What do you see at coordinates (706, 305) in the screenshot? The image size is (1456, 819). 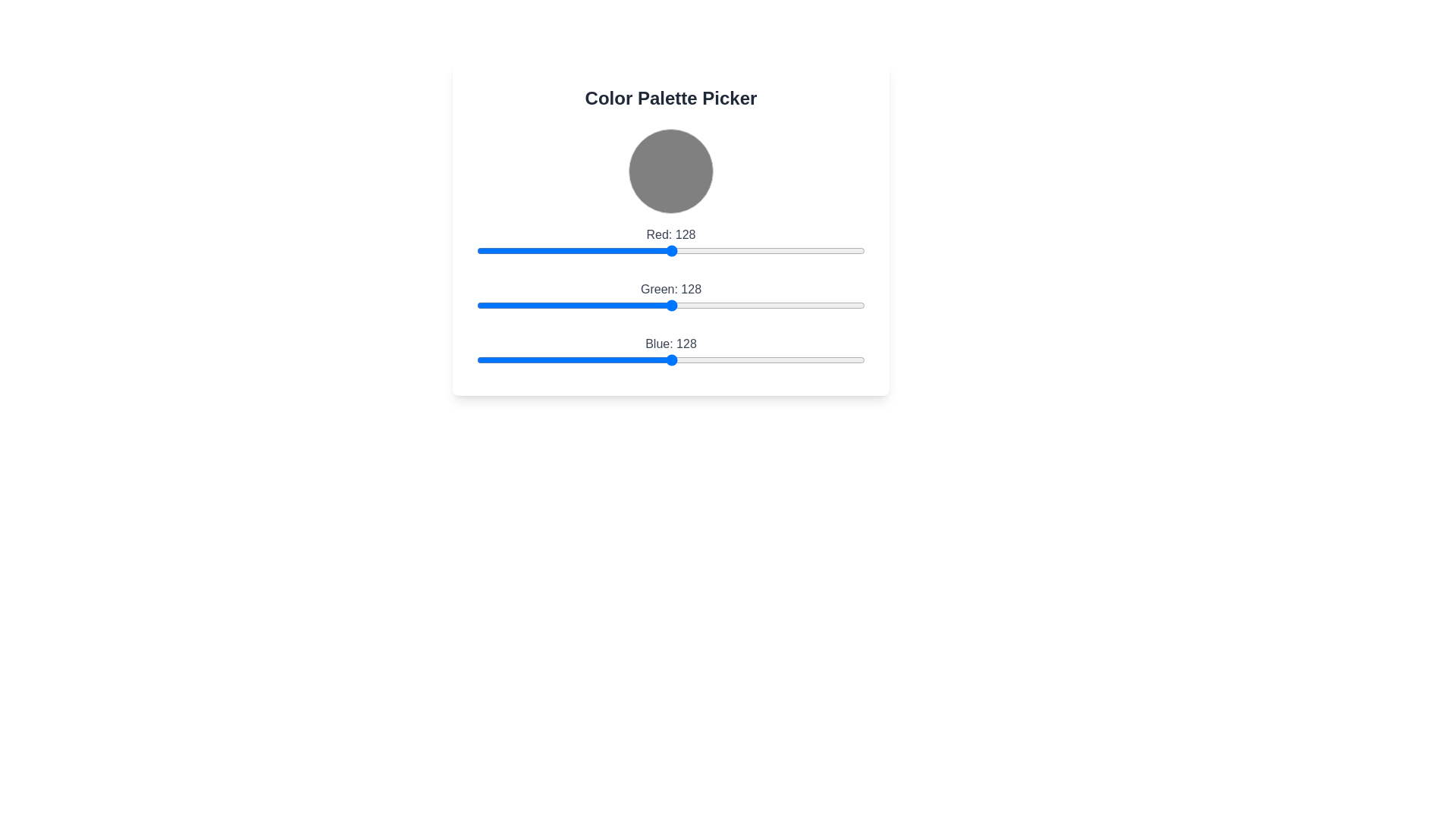 I see `the green value` at bounding box center [706, 305].